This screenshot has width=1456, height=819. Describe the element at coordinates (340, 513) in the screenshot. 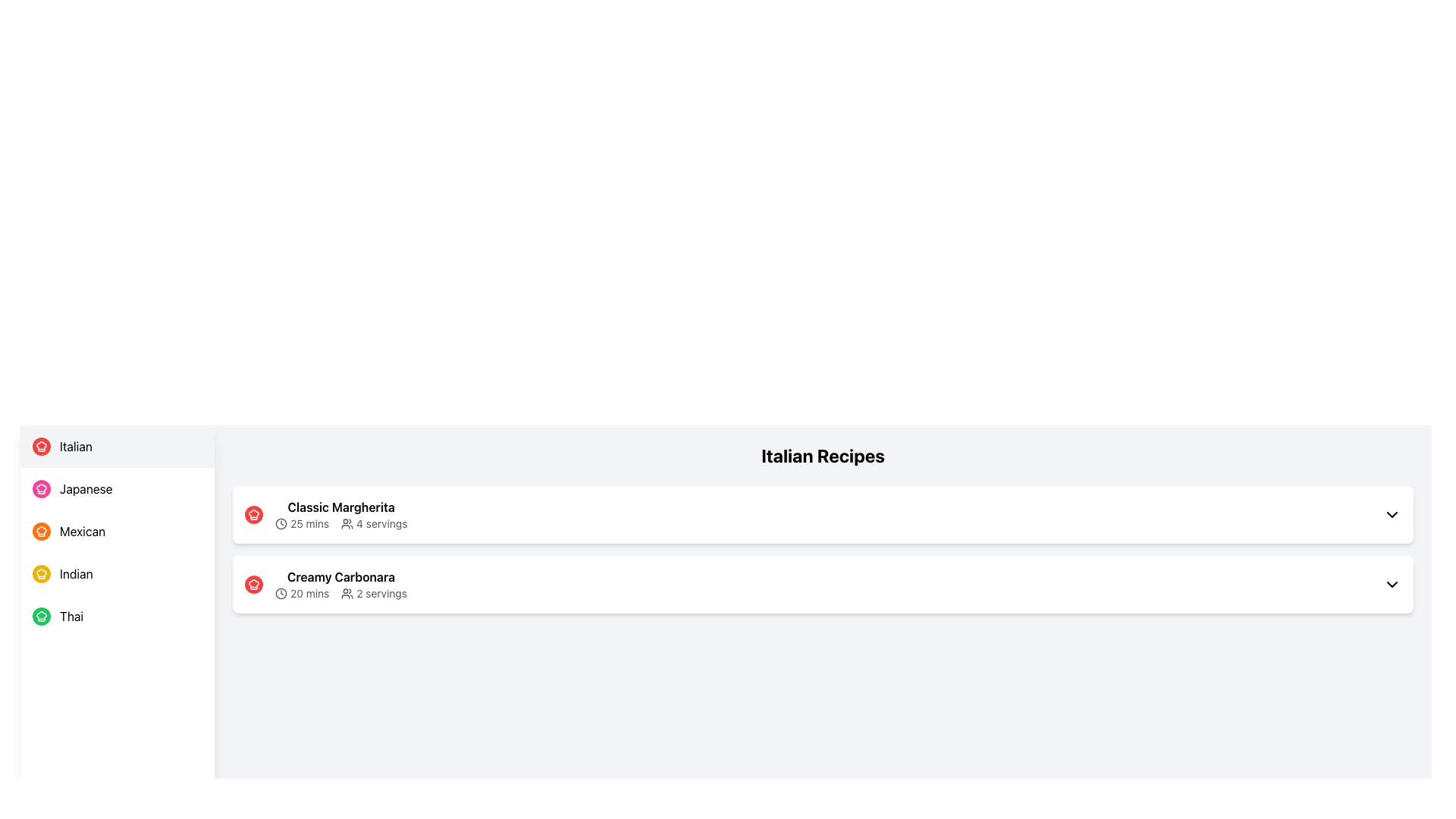

I see `the Subheader element displaying the recipe title 'Classic Margherita' and its details '25 mins' and '4 servings', located in the 'Italian Recipes' section, positioned above 'Creamy Carbonara'` at that location.